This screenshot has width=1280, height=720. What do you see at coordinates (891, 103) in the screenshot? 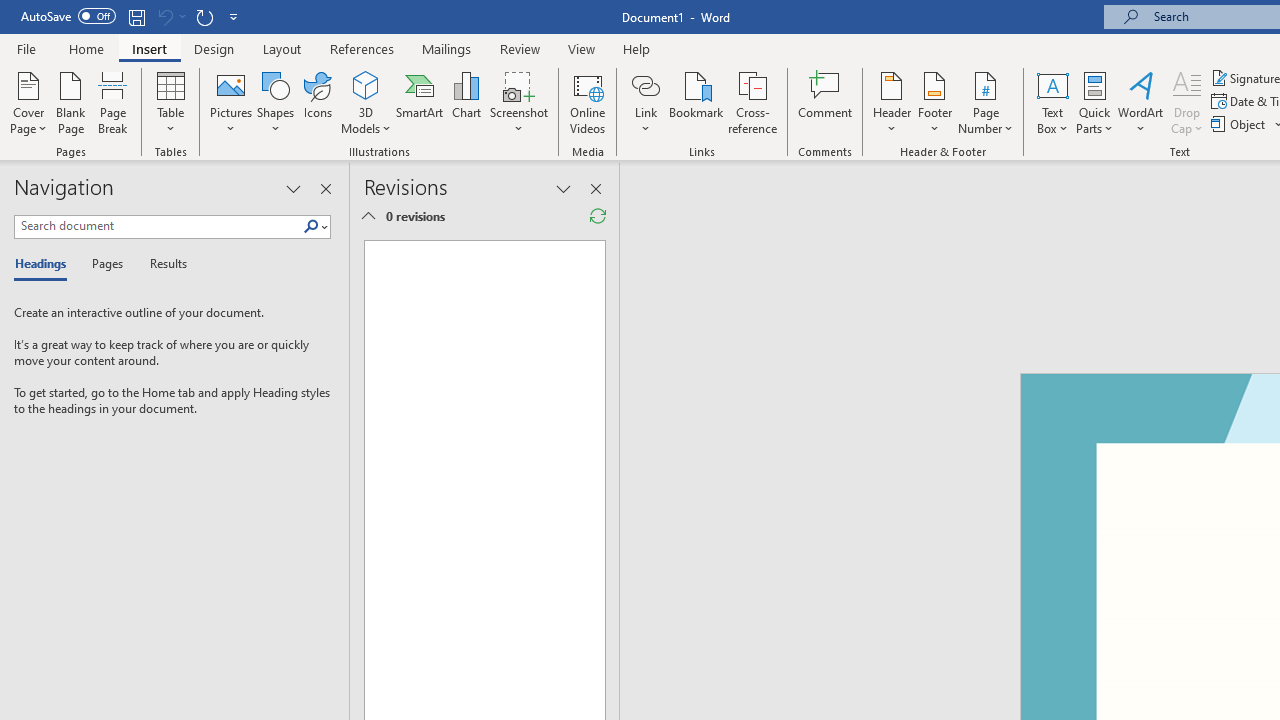
I see `'Header'` at bounding box center [891, 103].